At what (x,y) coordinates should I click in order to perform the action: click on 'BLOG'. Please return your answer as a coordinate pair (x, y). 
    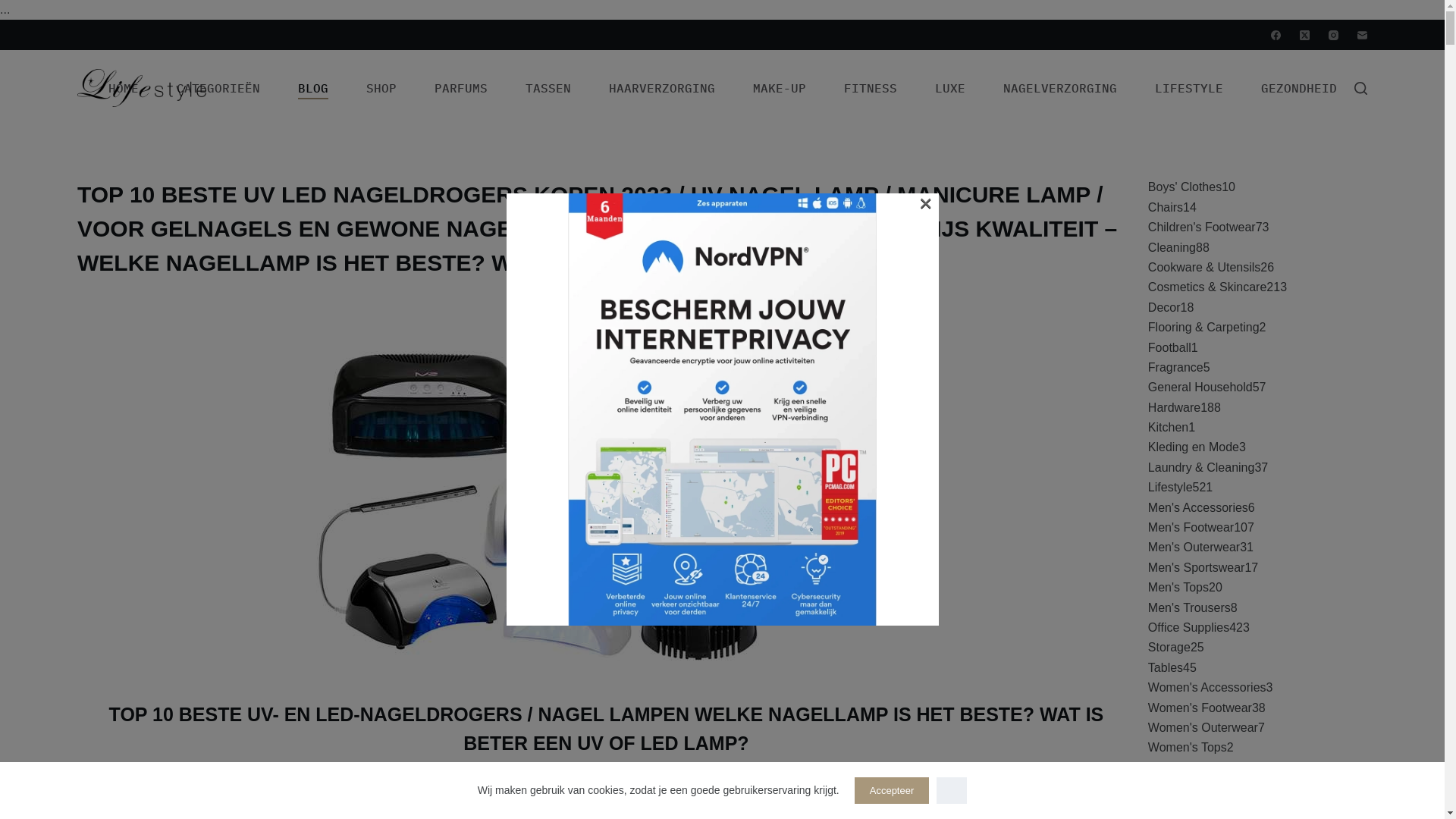
    Looking at the image, I should click on (279, 87).